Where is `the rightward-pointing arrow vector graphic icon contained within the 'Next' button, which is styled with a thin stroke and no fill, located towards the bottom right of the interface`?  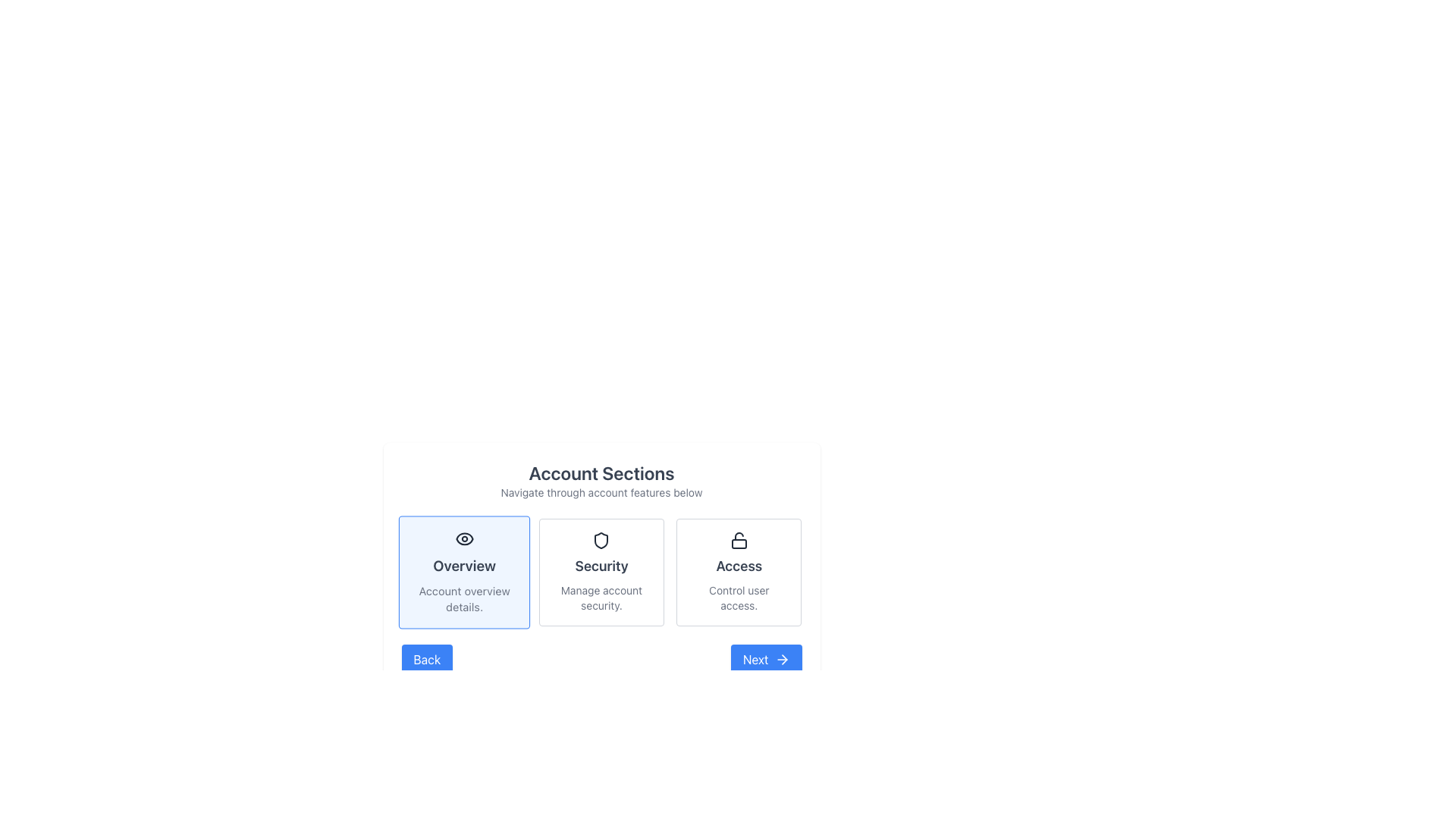 the rightward-pointing arrow vector graphic icon contained within the 'Next' button, which is styled with a thin stroke and no fill, located towards the bottom right of the interface is located at coordinates (784, 659).